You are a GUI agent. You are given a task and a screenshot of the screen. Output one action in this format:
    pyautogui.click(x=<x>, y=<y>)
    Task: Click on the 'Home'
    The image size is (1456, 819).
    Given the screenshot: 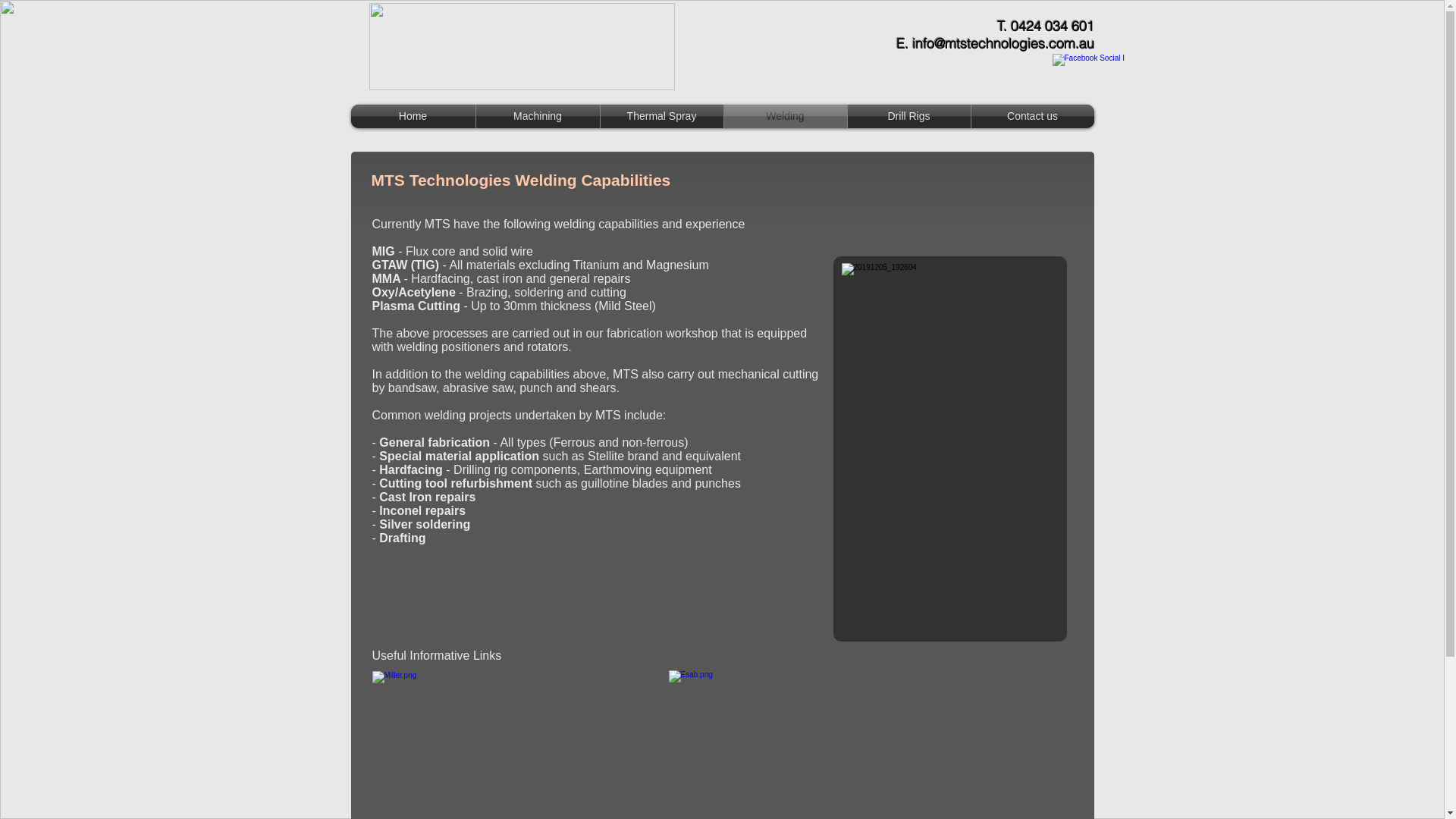 What is the action you would take?
    pyautogui.click(x=412, y=115)
    